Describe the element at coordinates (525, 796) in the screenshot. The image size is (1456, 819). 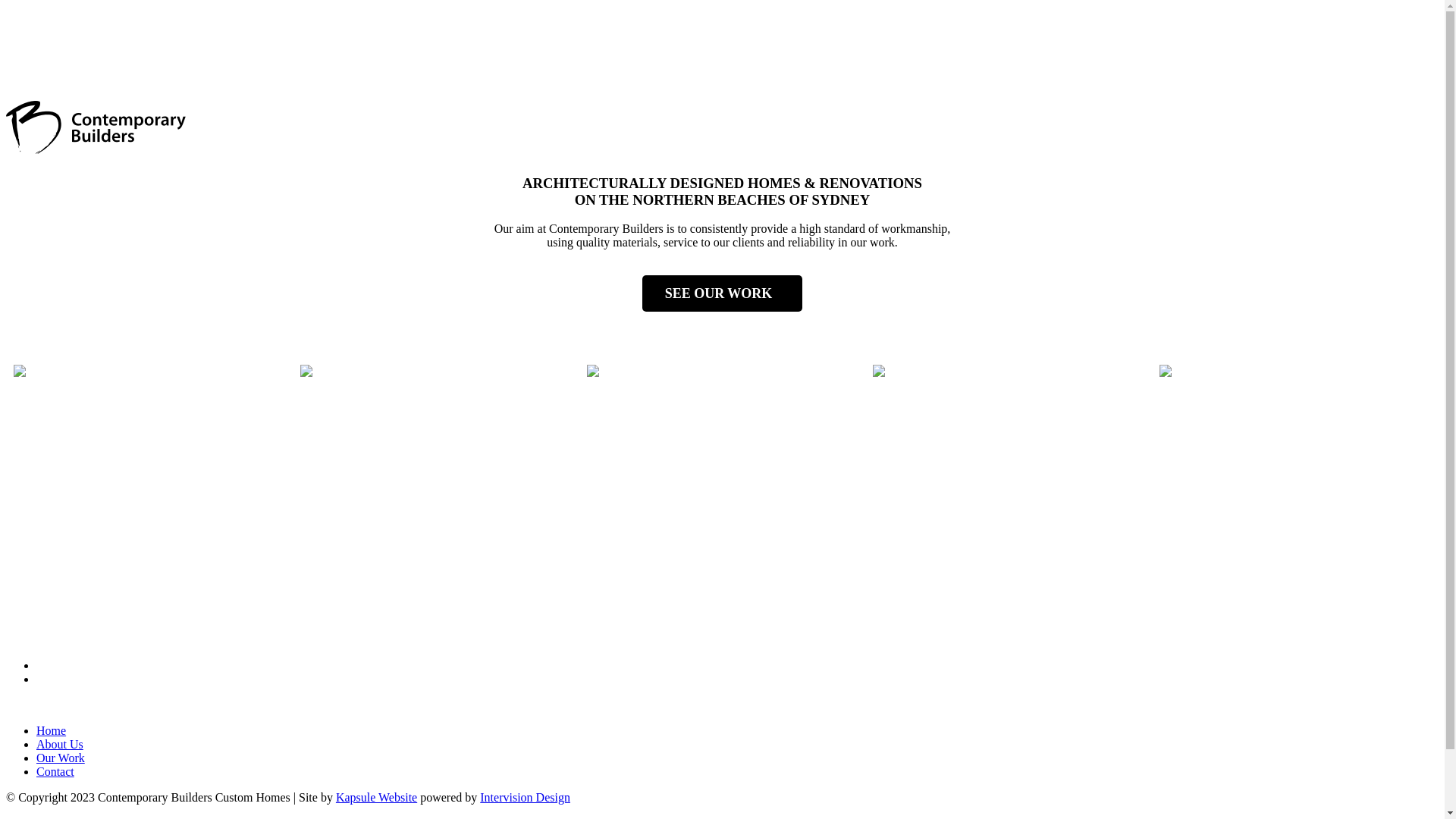
I see `'Intervision Design'` at that location.